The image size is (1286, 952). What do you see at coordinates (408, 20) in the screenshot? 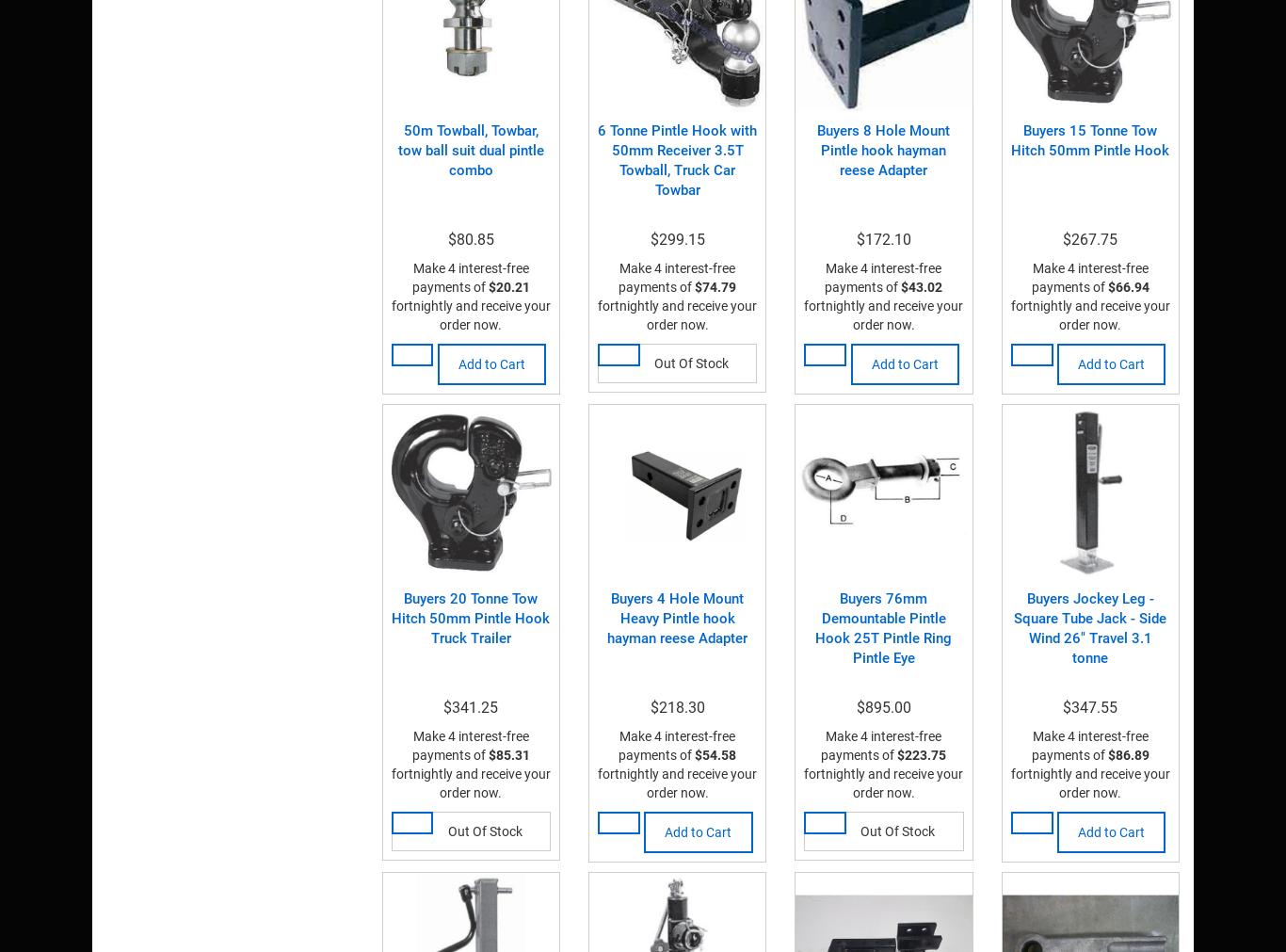
I see `'Turntable USED'` at bounding box center [408, 20].